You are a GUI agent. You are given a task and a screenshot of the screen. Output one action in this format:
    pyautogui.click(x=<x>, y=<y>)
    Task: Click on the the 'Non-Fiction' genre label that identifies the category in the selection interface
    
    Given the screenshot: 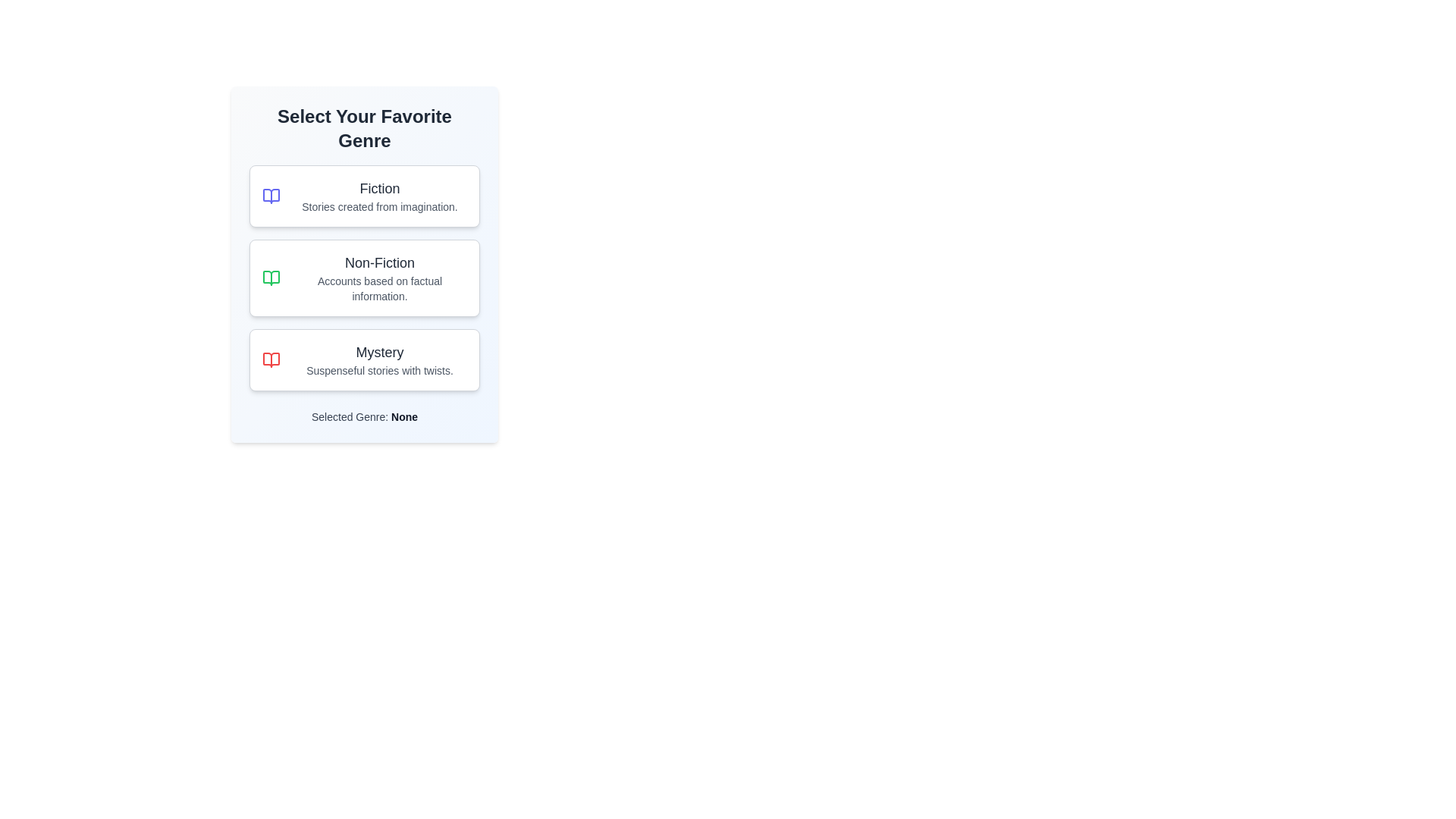 What is the action you would take?
    pyautogui.click(x=379, y=262)
    